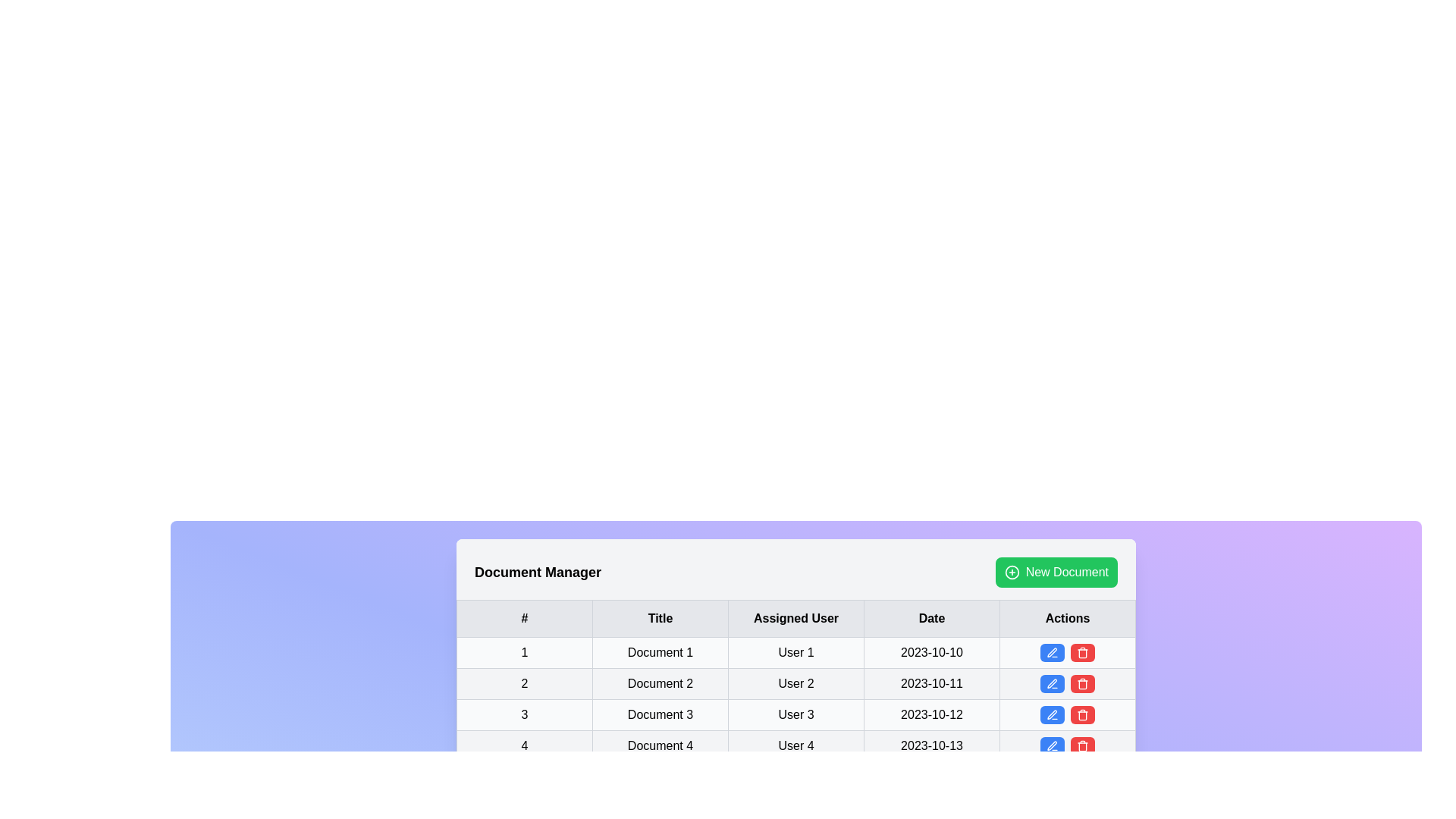 This screenshot has height=819, width=1456. I want to click on the table cell that indicates the date associated with the record in row '3' of the fourth column, so click(930, 714).